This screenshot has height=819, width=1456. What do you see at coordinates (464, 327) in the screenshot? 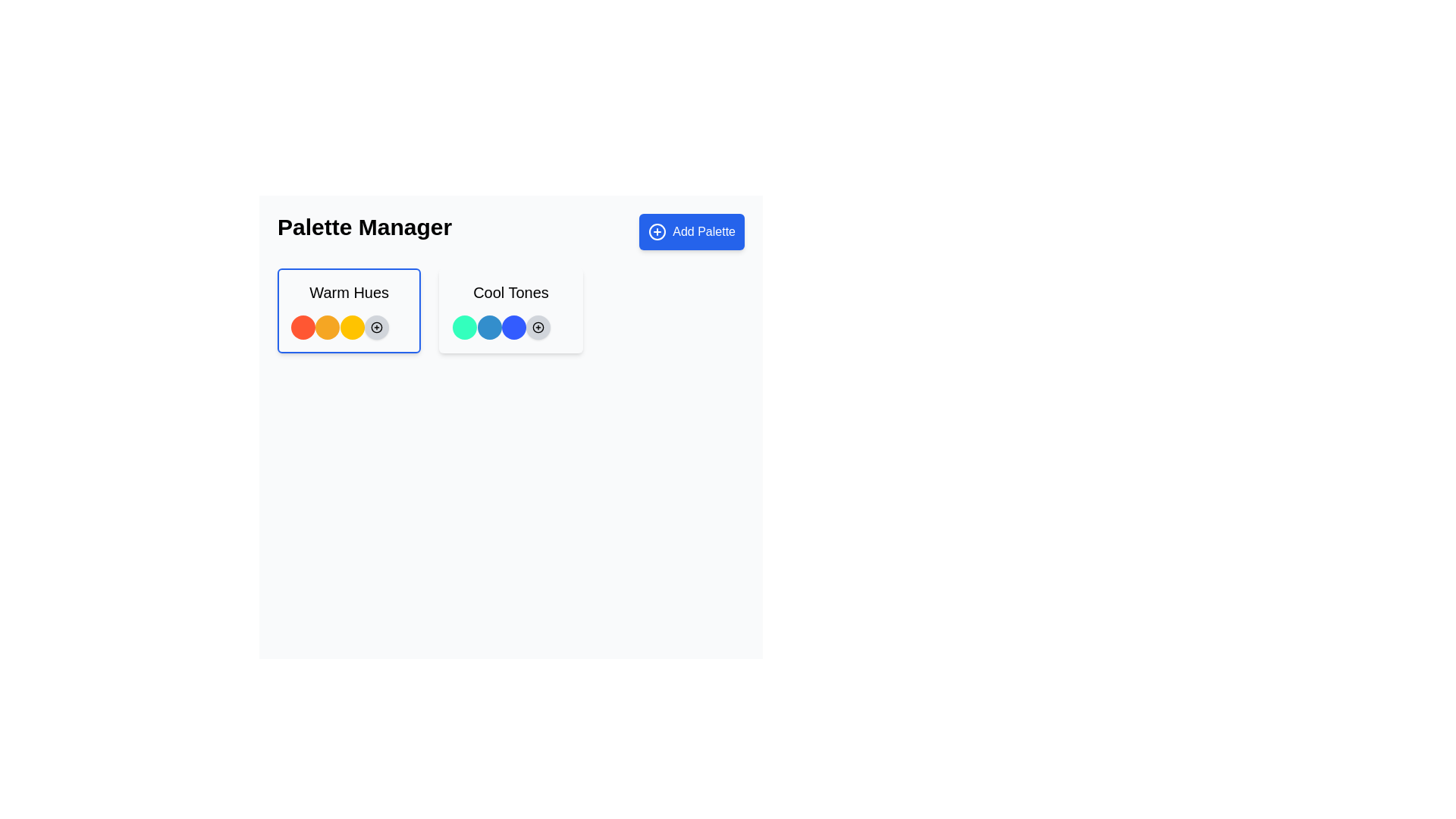
I see `the first green circular Color Indicator in the 'Cool Tones' palette` at bounding box center [464, 327].